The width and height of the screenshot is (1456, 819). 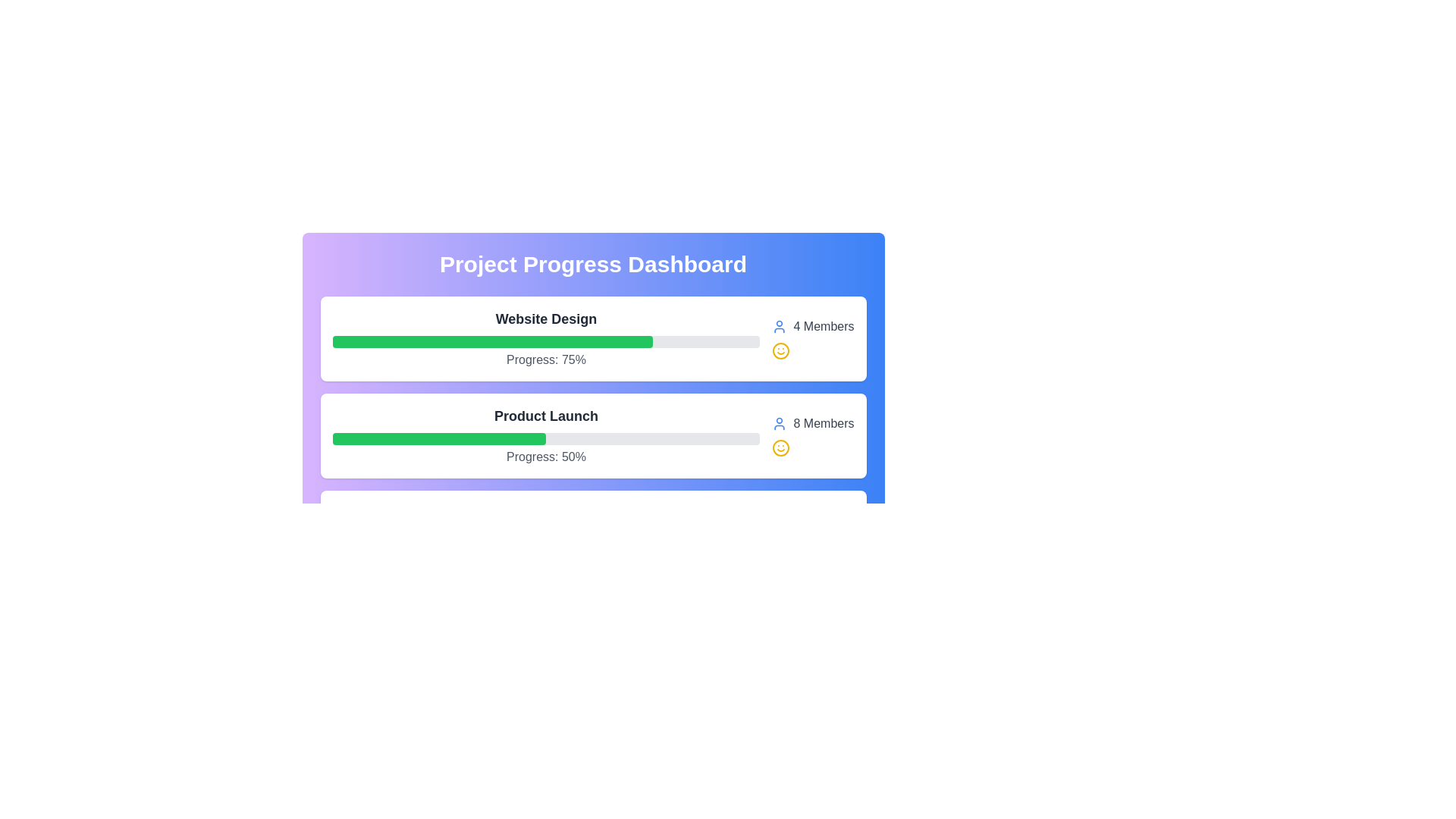 What do you see at coordinates (546, 318) in the screenshot?
I see `the text label reading 'Website Design', which is prominently styled in a bold, larger font and located at the top of the first progress section of the dashboard` at bounding box center [546, 318].